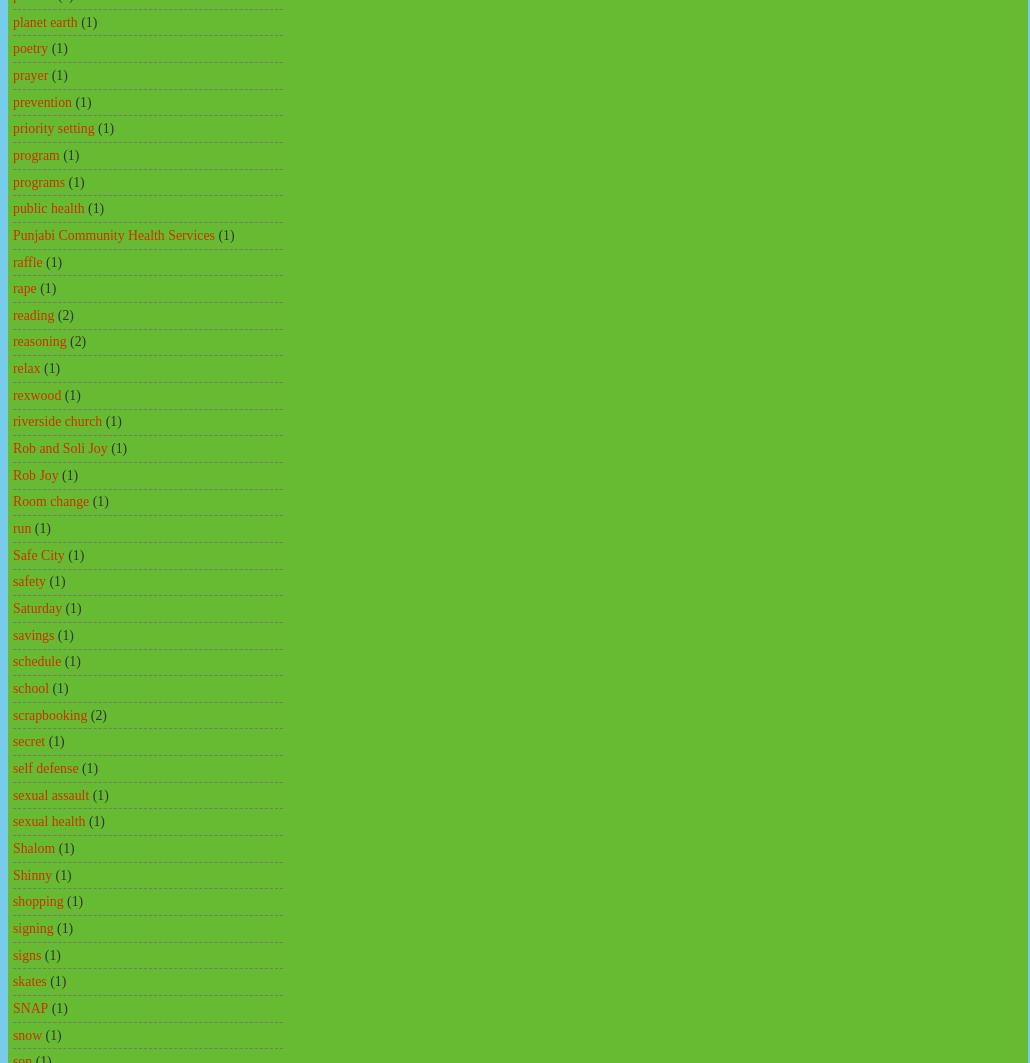  I want to click on 'planet earth', so click(45, 21).